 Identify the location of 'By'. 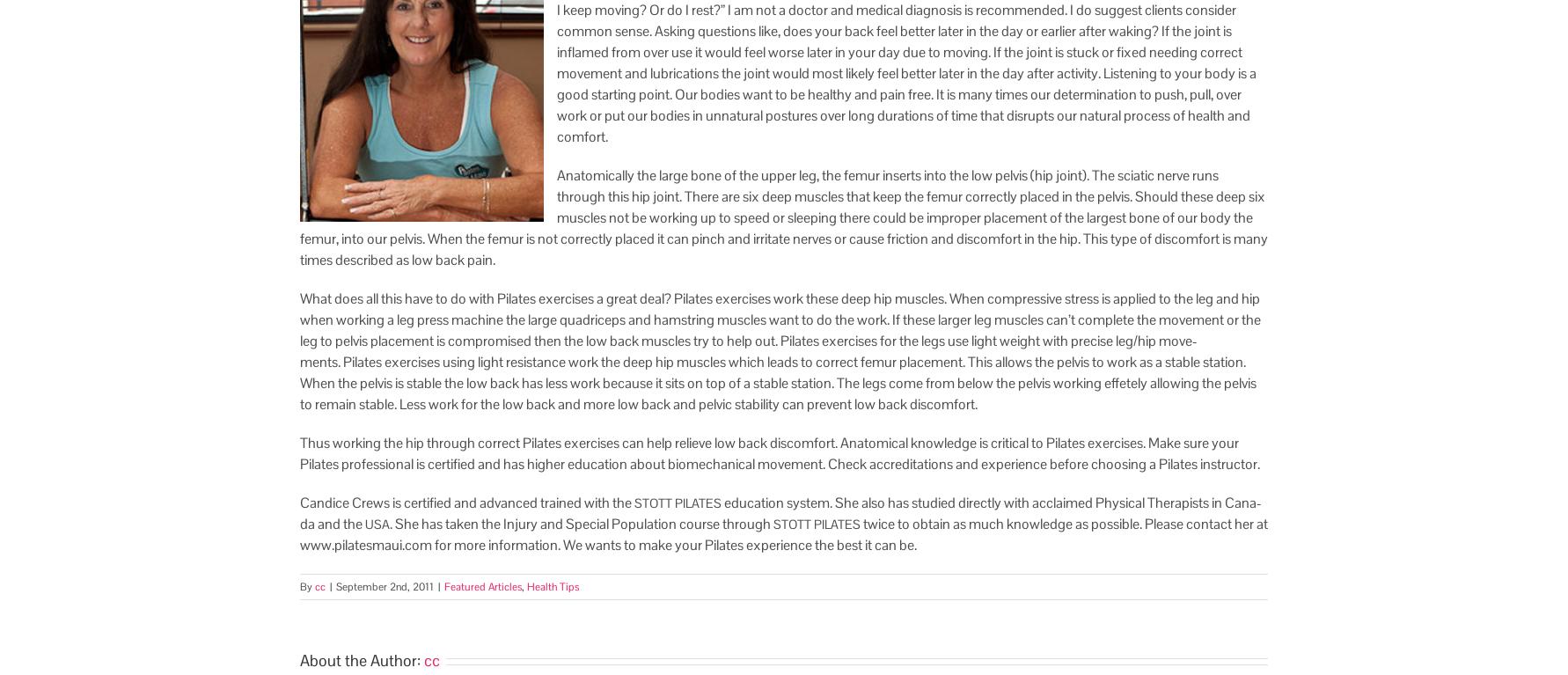
(306, 586).